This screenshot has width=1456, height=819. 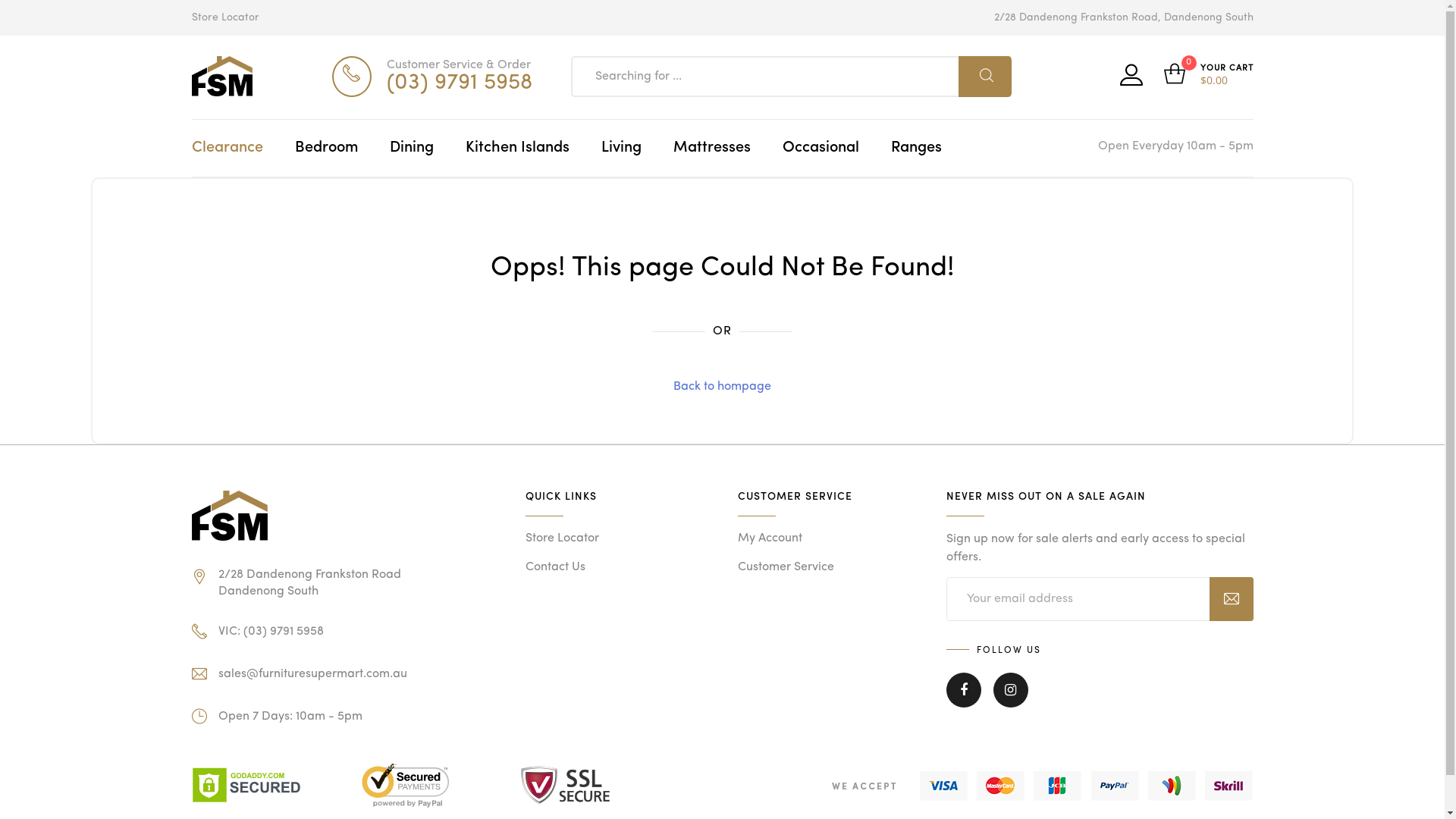 What do you see at coordinates (963, 701) in the screenshot?
I see `'Facebook'` at bounding box center [963, 701].